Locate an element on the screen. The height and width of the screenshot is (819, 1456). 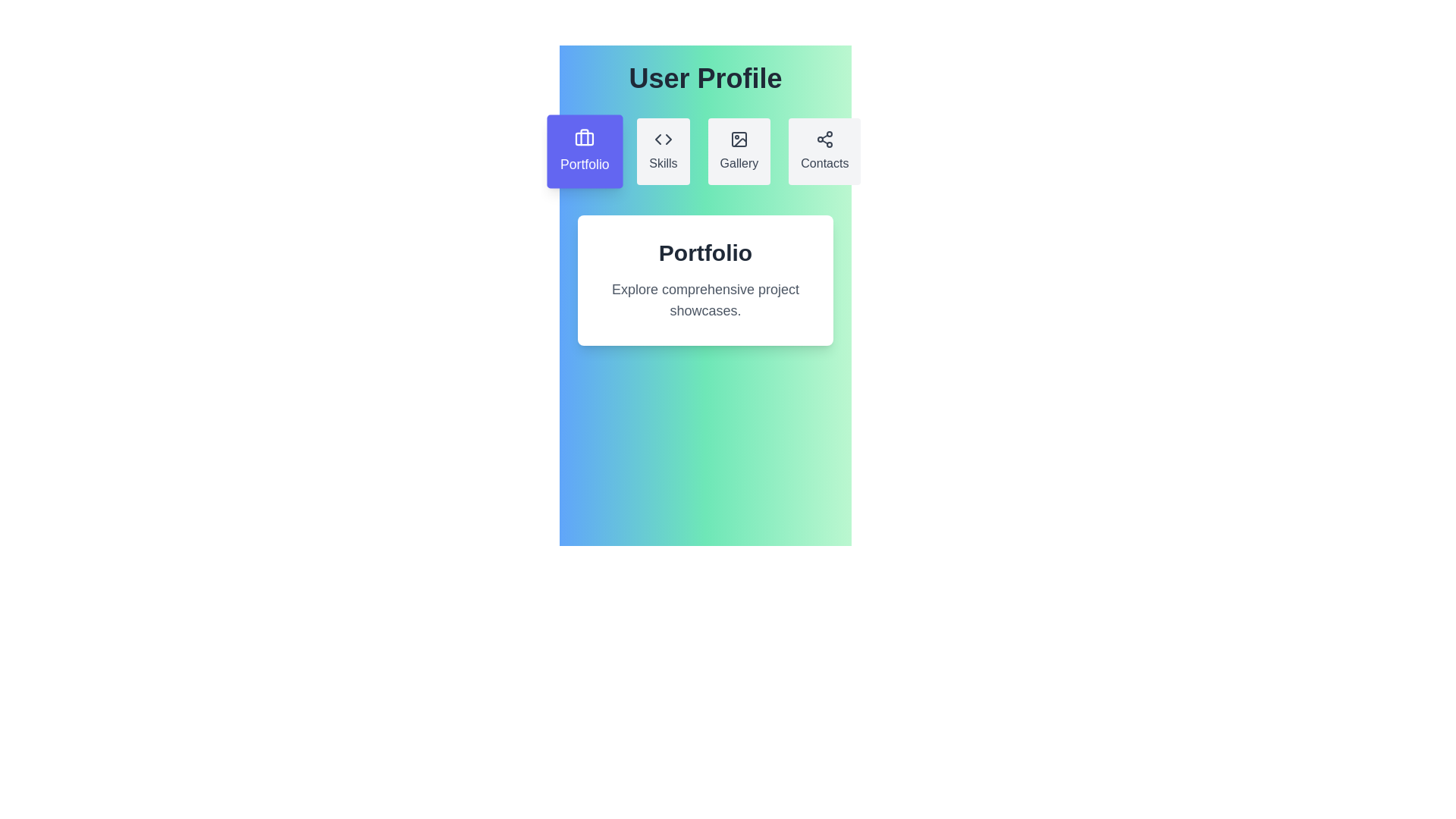
the tab labeled Contacts to see its hover effect is located at coordinates (824, 152).